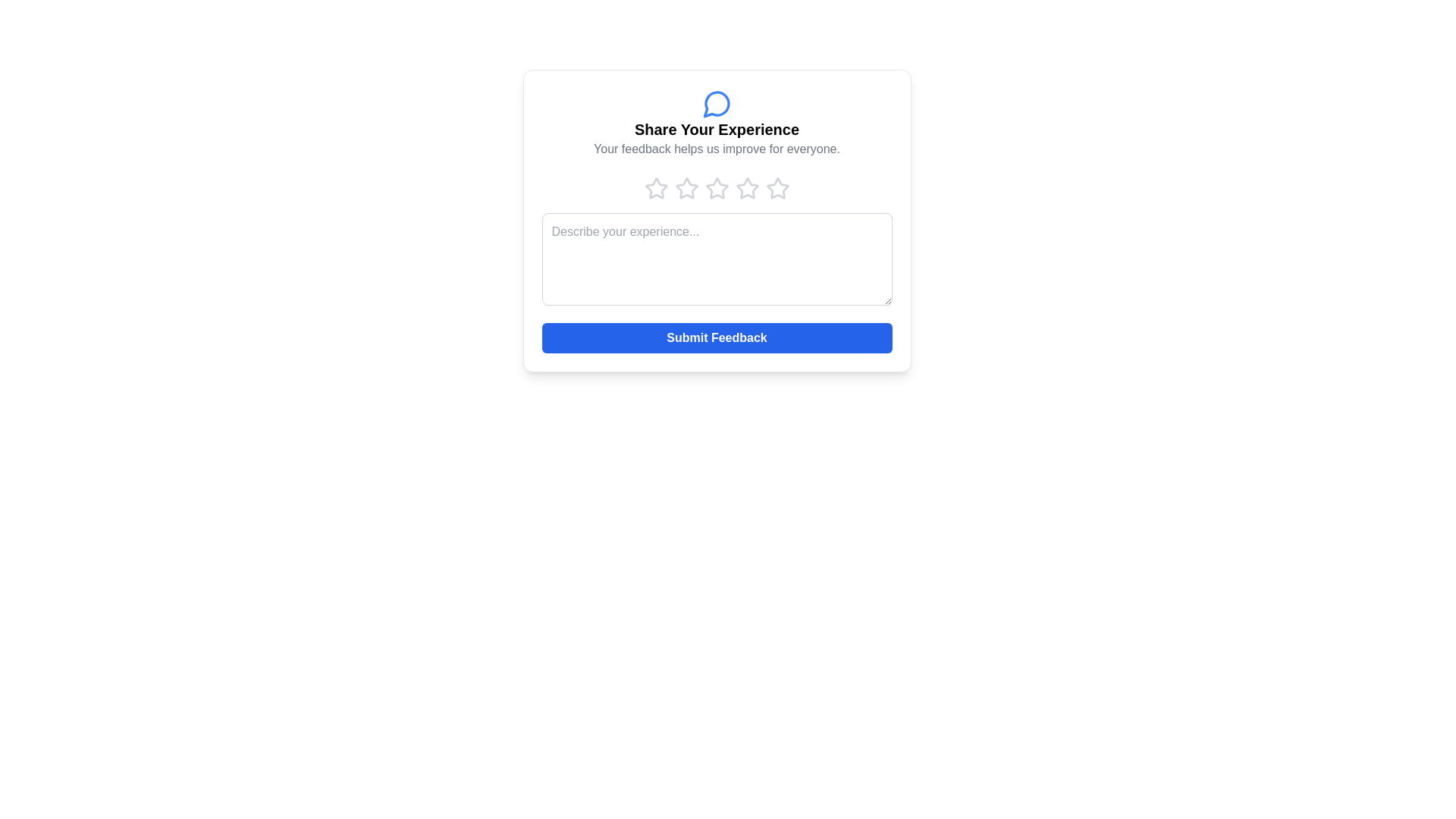 The height and width of the screenshot is (819, 1456). What do you see at coordinates (686, 188) in the screenshot?
I see `the third star icon in the rating option` at bounding box center [686, 188].